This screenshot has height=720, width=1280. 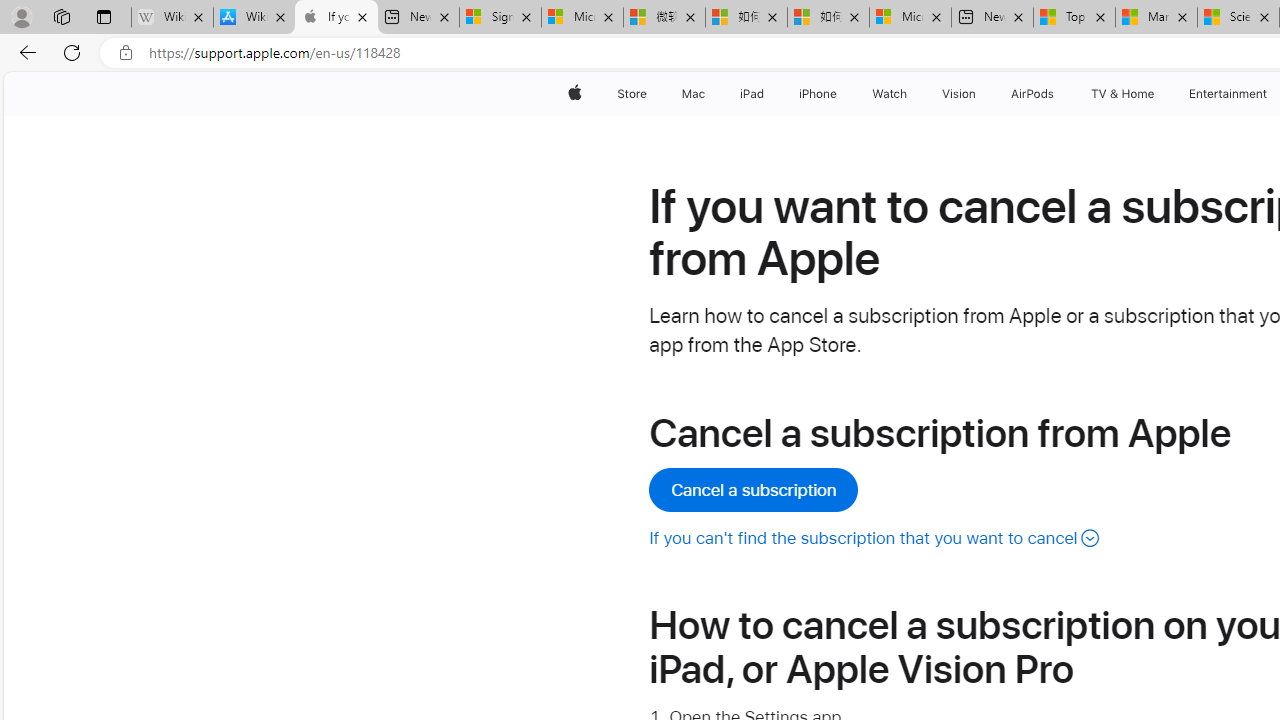 What do you see at coordinates (818, 93) in the screenshot?
I see `'iPhone'` at bounding box center [818, 93].